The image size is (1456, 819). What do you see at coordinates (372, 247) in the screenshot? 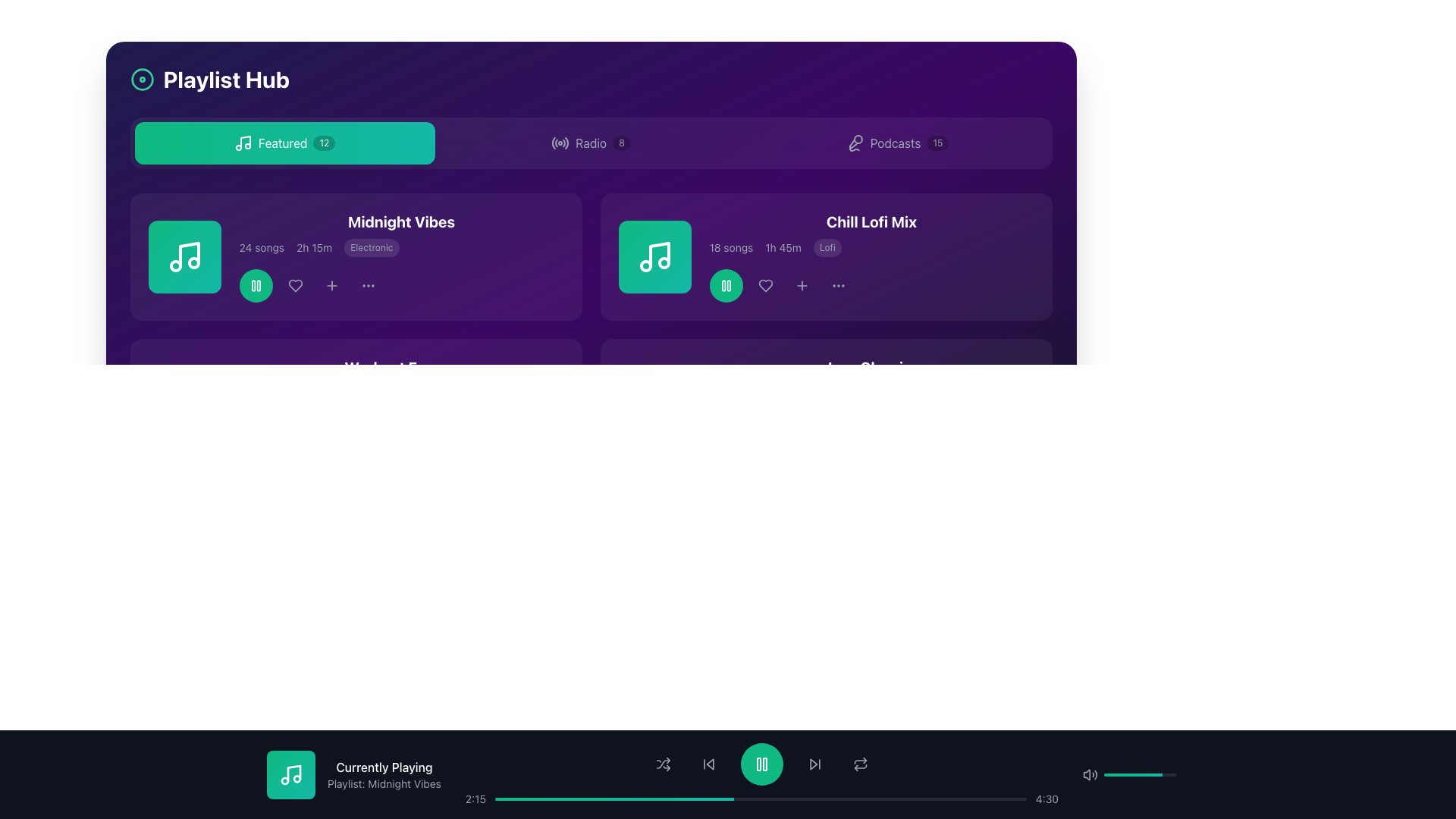
I see `the rounded rectangular label with the text 'Electronic' located within the 'Midnight Vibes' music playlist card, positioned to the right of the duration text '2h 15m'` at bounding box center [372, 247].